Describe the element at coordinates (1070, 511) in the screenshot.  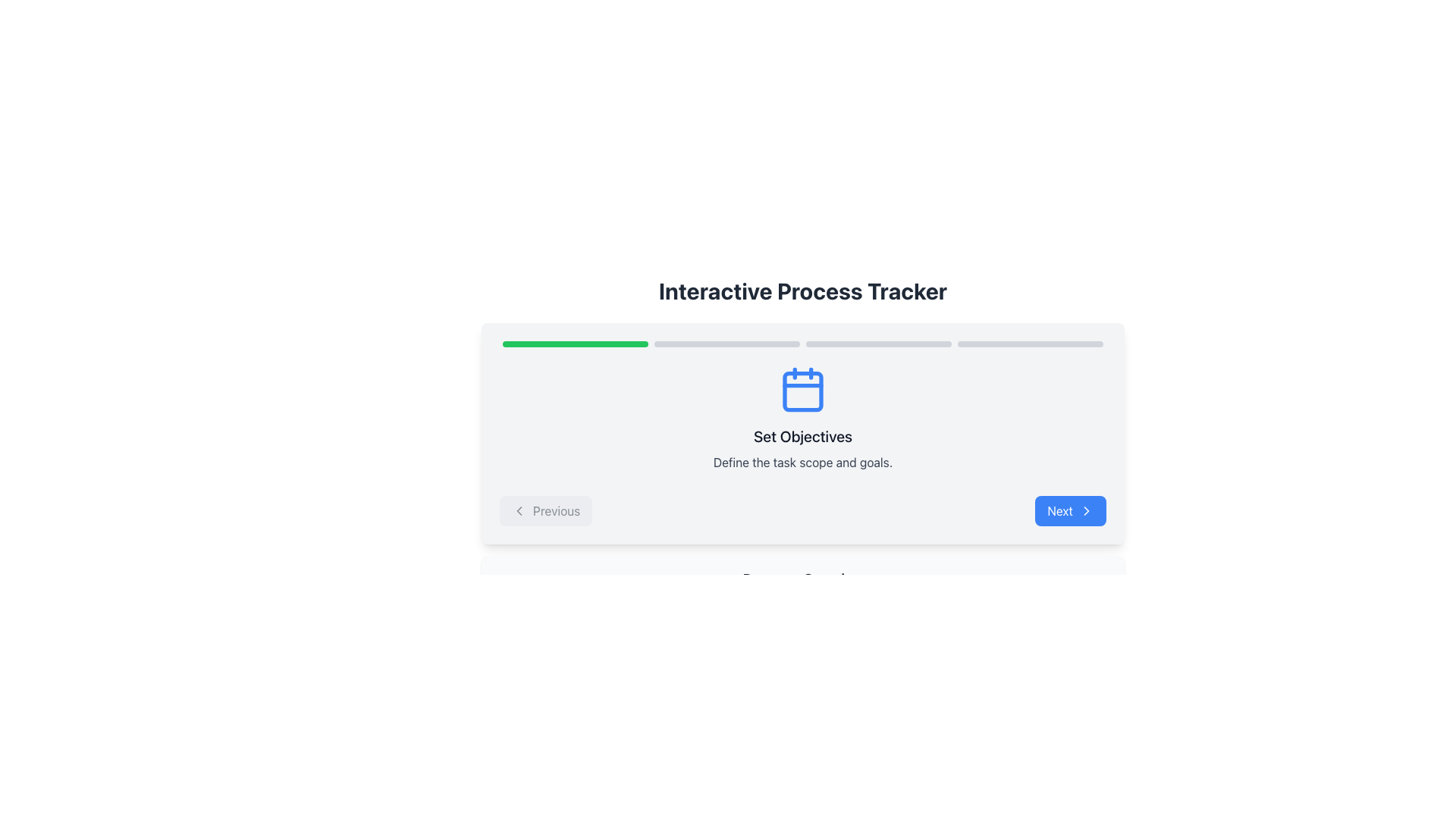
I see `the 'Next' button, which is a rectangular button with rounded corners, a blue background, and contains the text 'Next' alongside a right-facing arrow icon` at that location.